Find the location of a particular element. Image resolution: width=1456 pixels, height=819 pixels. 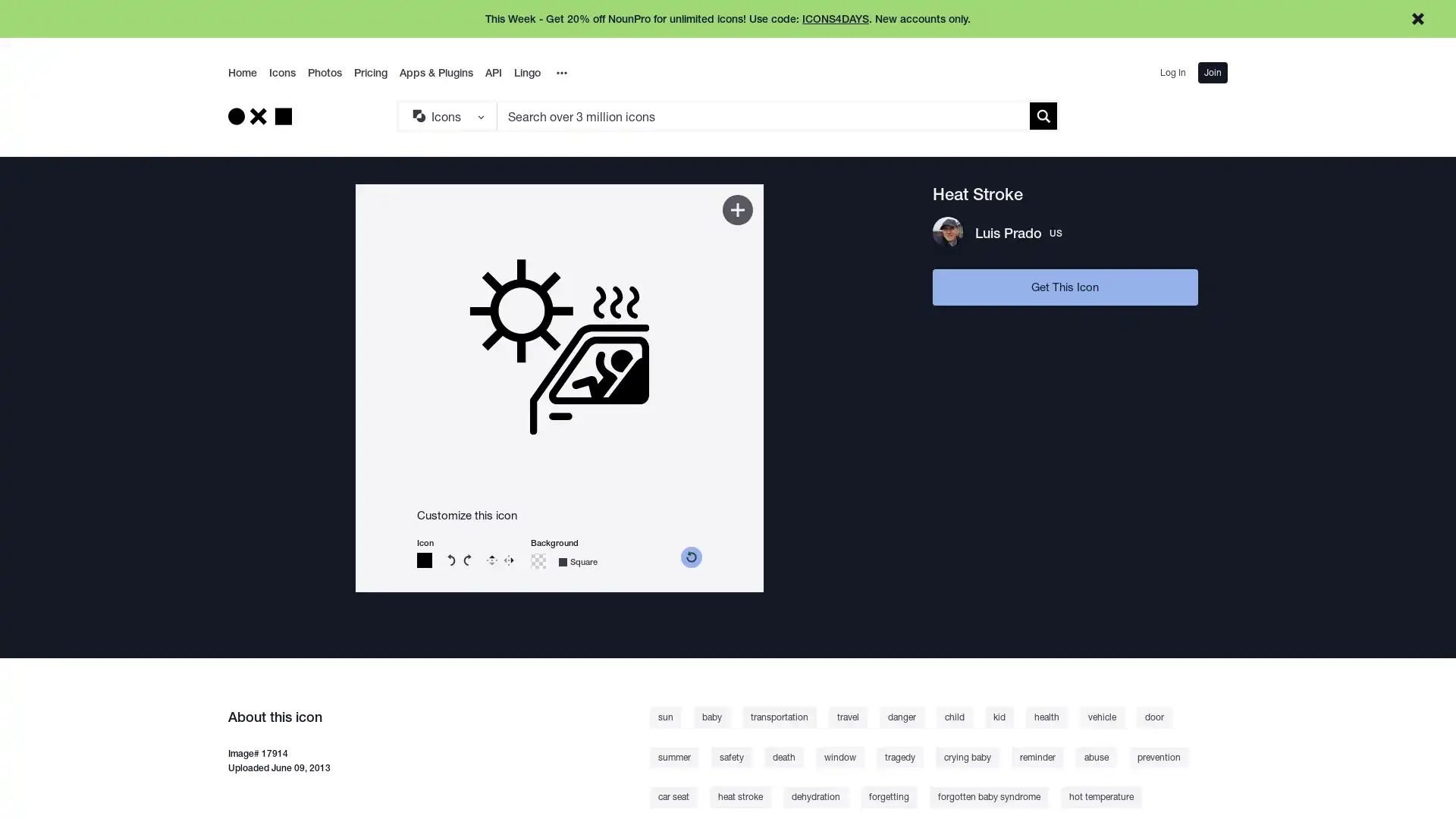

Get This Icon is located at coordinates (1063, 287).